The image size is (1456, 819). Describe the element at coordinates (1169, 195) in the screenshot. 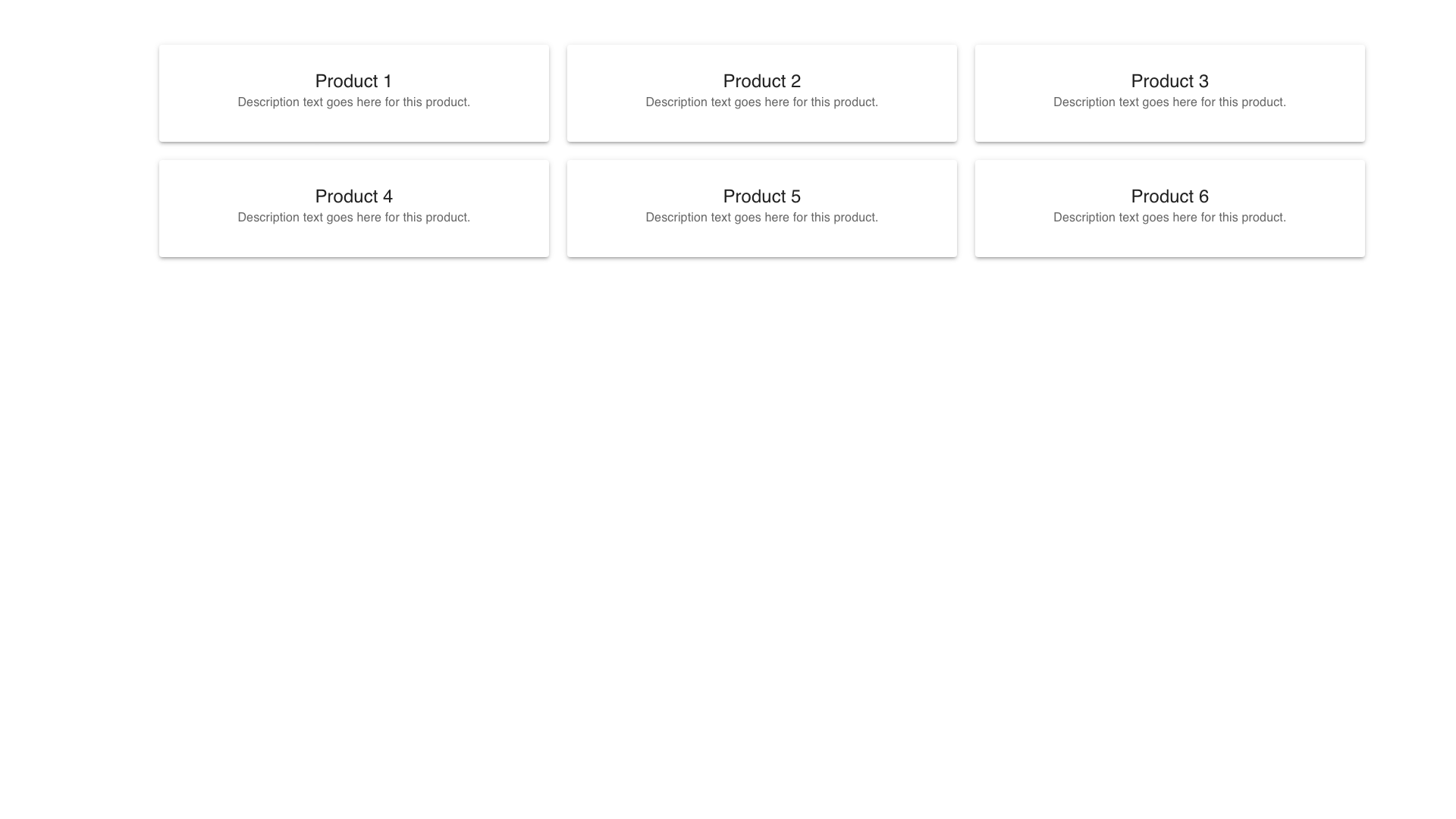

I see `the Text Label displaying 'Product 6' that is located in the bottom-right position of a 2x3 grid layout of cards, specifically being the last card in the structure` at that location.